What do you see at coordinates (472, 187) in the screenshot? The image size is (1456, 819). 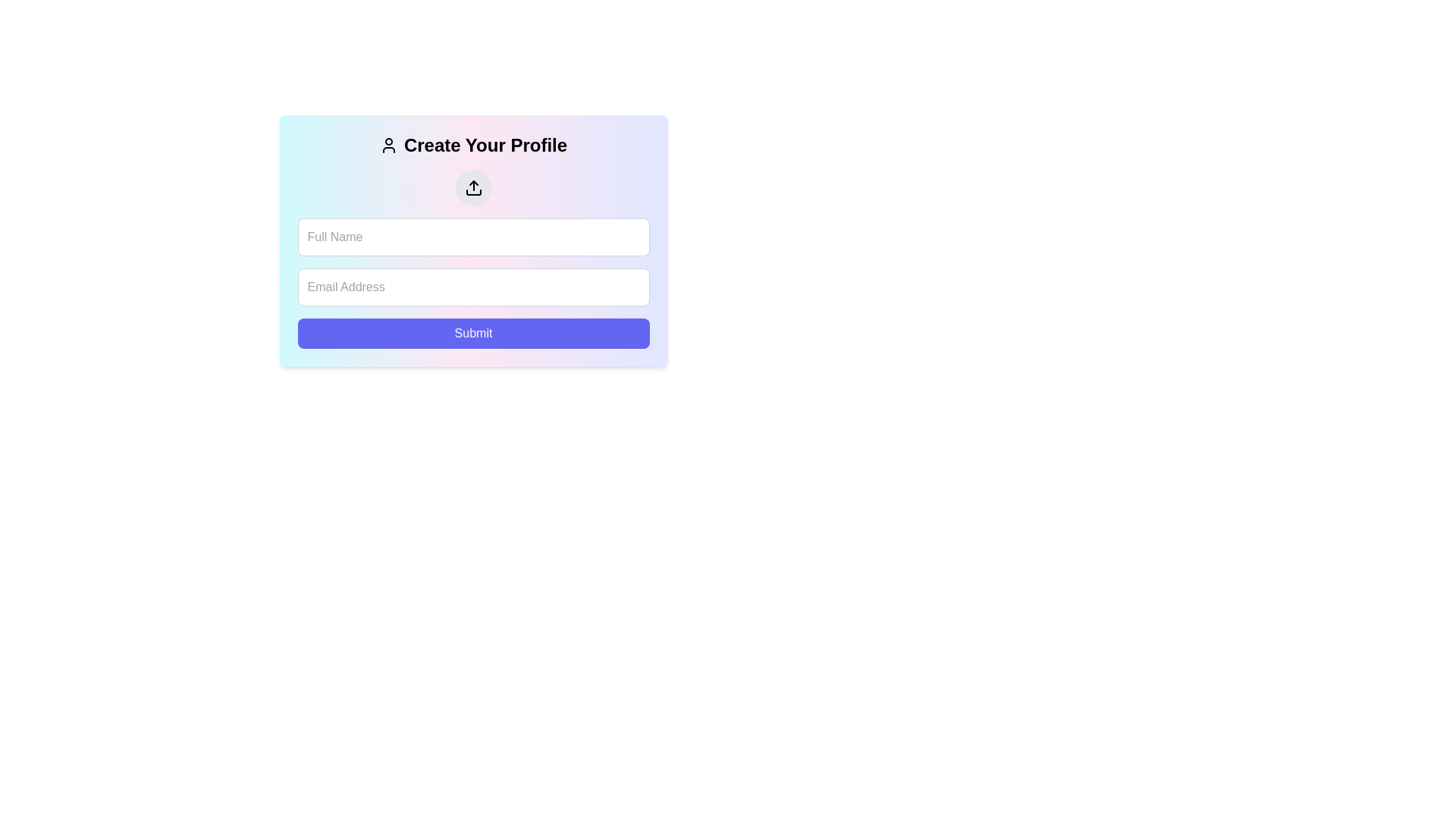 I see `the upload button with an SVG icon, which is centrally located above the 'Full Name' and 'Email Address' input fields` at bounding box center [472, 187].